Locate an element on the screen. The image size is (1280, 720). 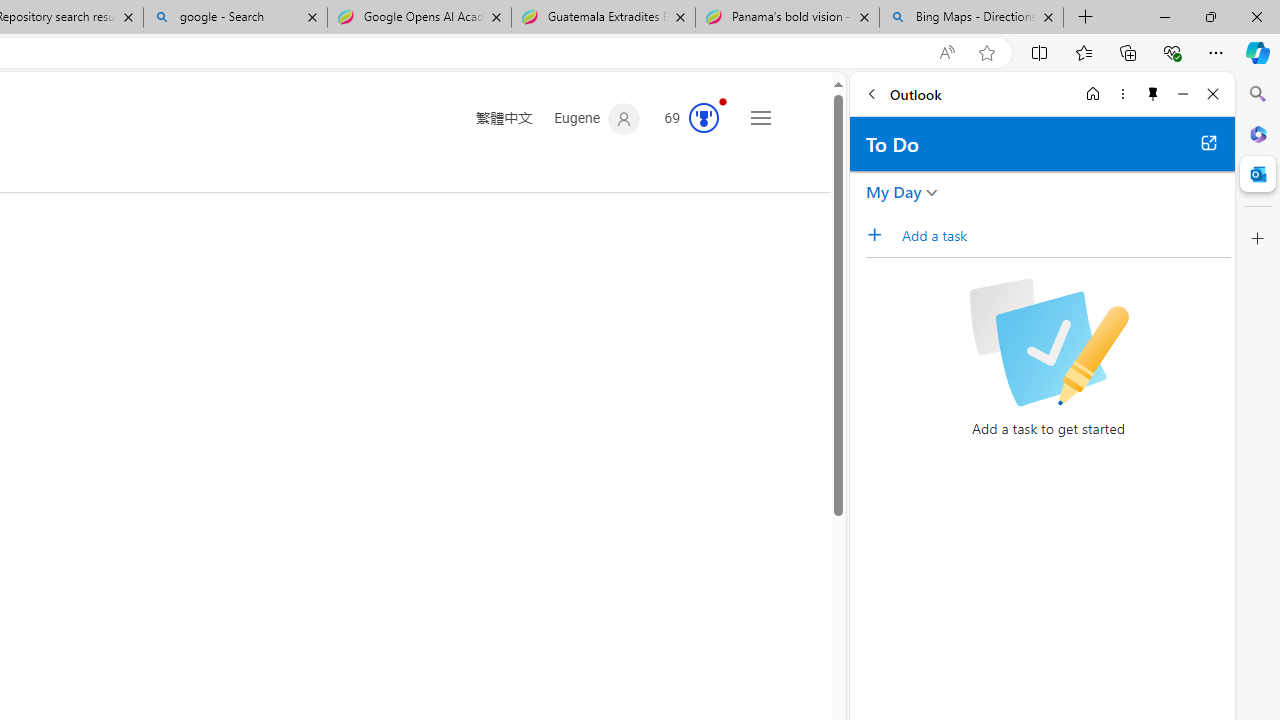
'Settings and more (Alt+F)' is located at coordinates (1215, 51).